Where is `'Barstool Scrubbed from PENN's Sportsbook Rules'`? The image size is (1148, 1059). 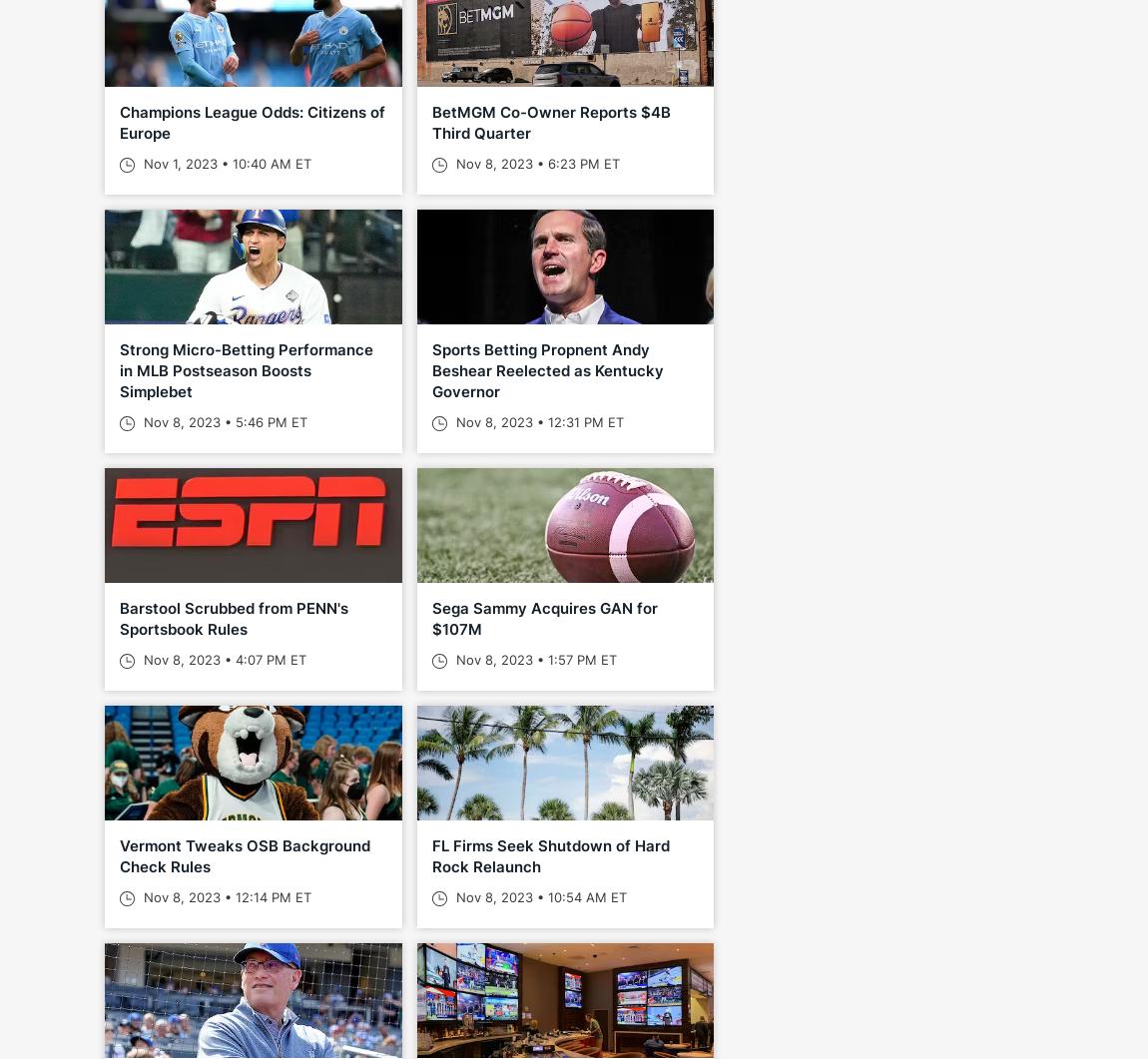 'Barstool Scrubbed from PENN's Sportsbook Rules' is located at coordinates (118, 618).